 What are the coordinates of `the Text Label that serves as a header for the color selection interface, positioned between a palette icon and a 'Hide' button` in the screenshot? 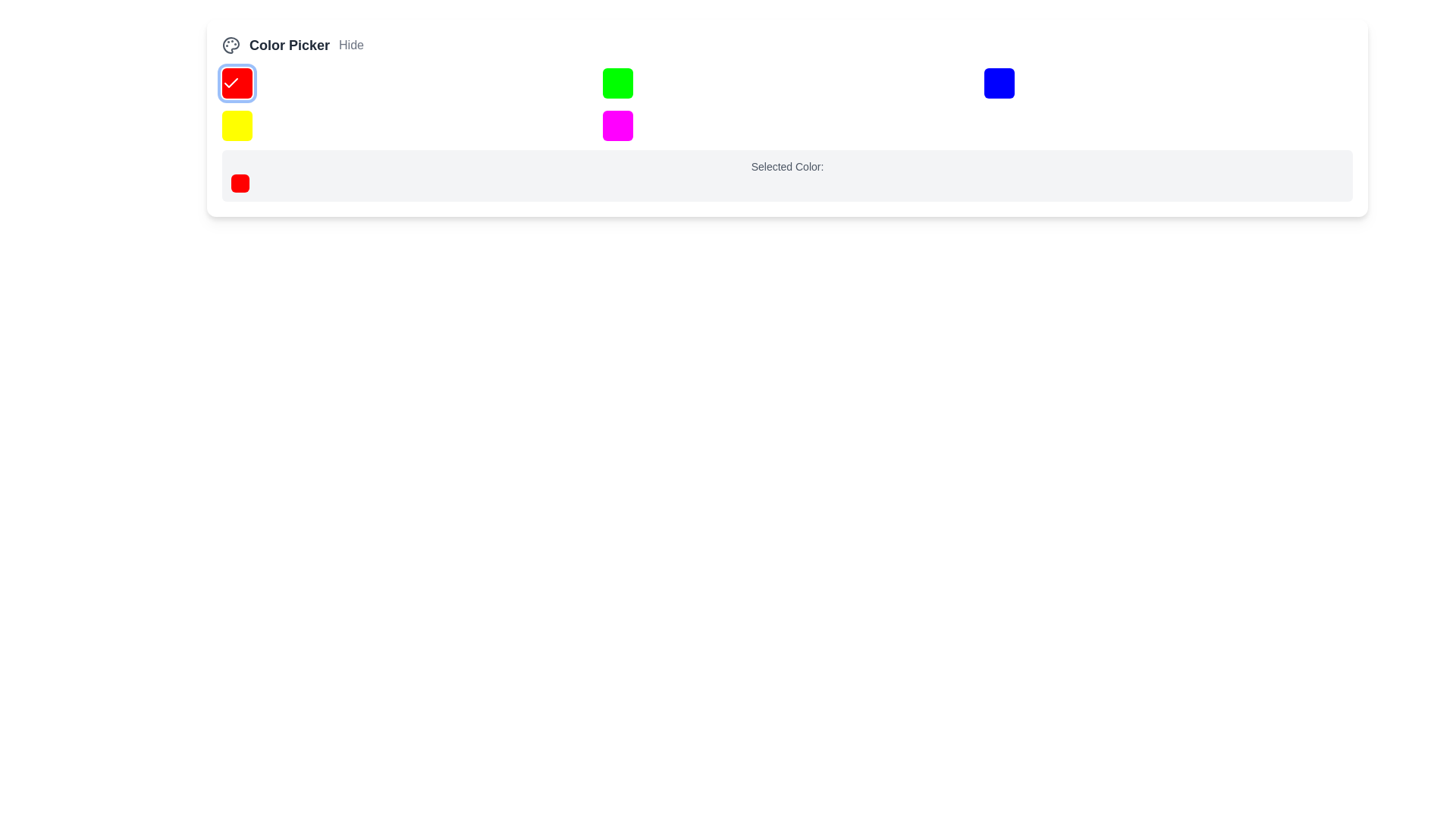 It's located at (290, 45).